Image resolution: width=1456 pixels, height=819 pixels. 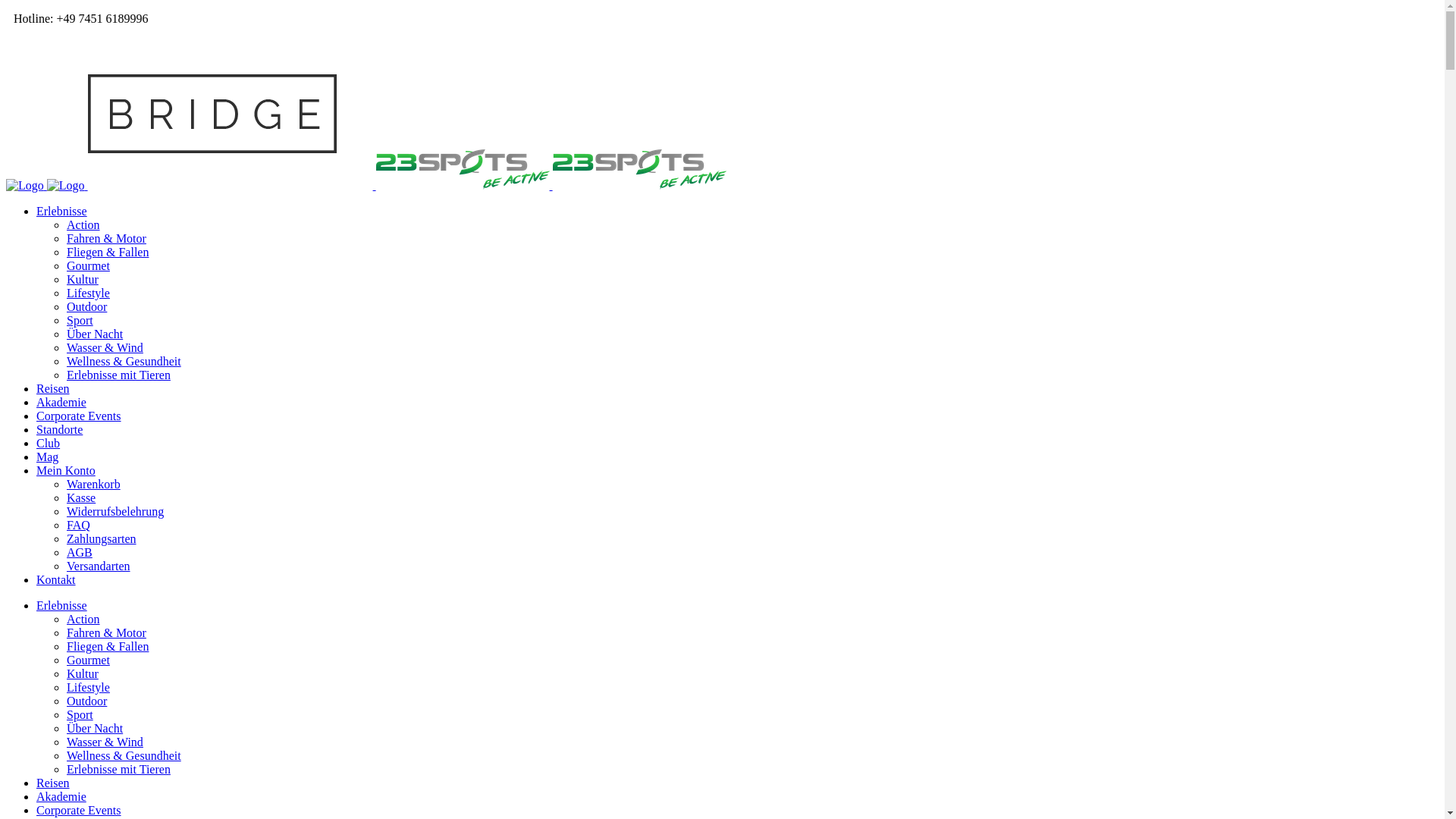 What do you see at coordinates (115, 511) in the screenshot?
I see `'Widerrufsbelehrung'` at bounding box center [115, 511].